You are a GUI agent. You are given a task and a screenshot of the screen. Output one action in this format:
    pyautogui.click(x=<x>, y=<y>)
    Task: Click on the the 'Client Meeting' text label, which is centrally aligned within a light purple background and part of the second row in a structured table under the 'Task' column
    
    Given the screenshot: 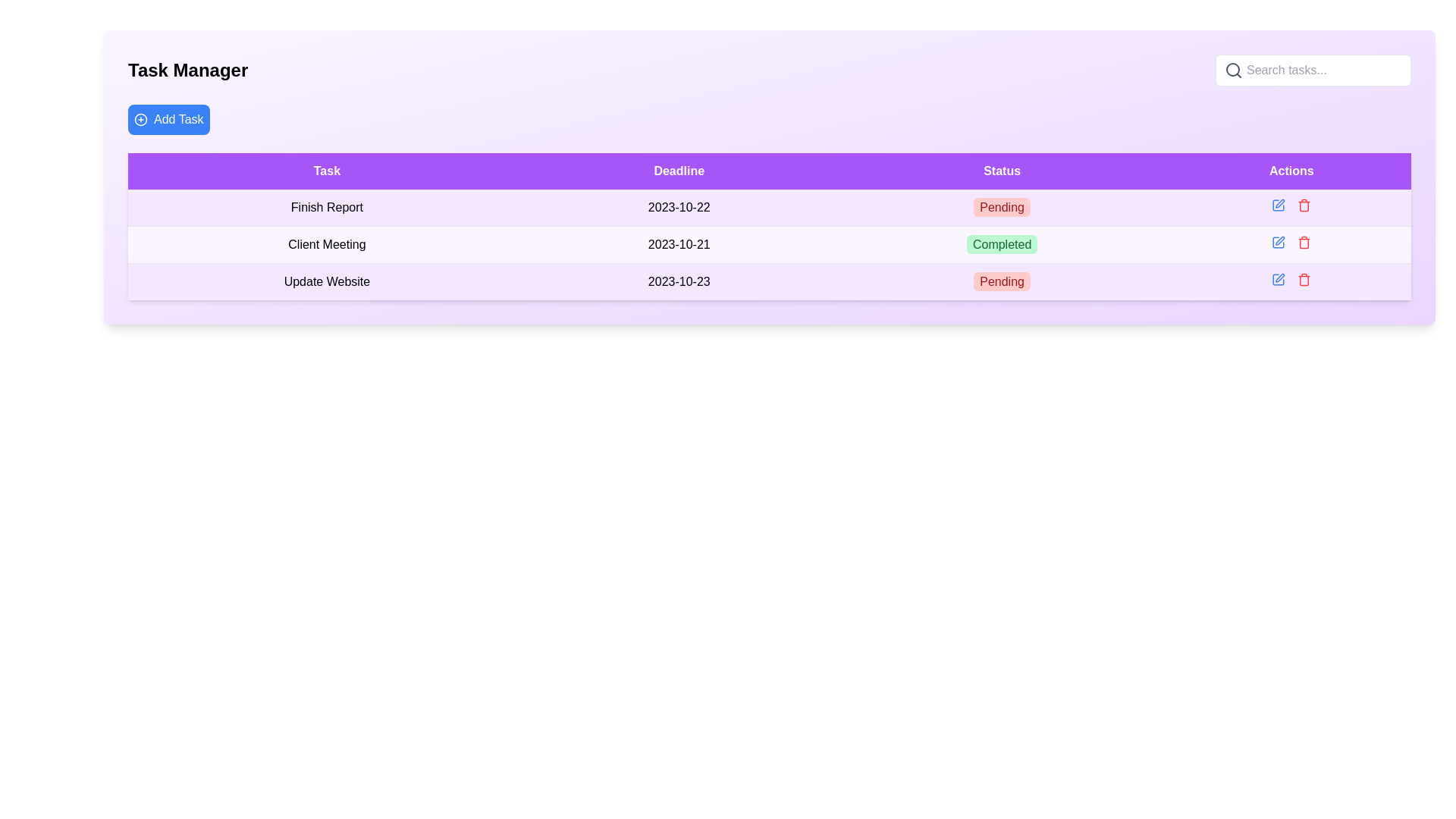 What is the action you would take?
    pyautogui.click(x=326, y=244)
    